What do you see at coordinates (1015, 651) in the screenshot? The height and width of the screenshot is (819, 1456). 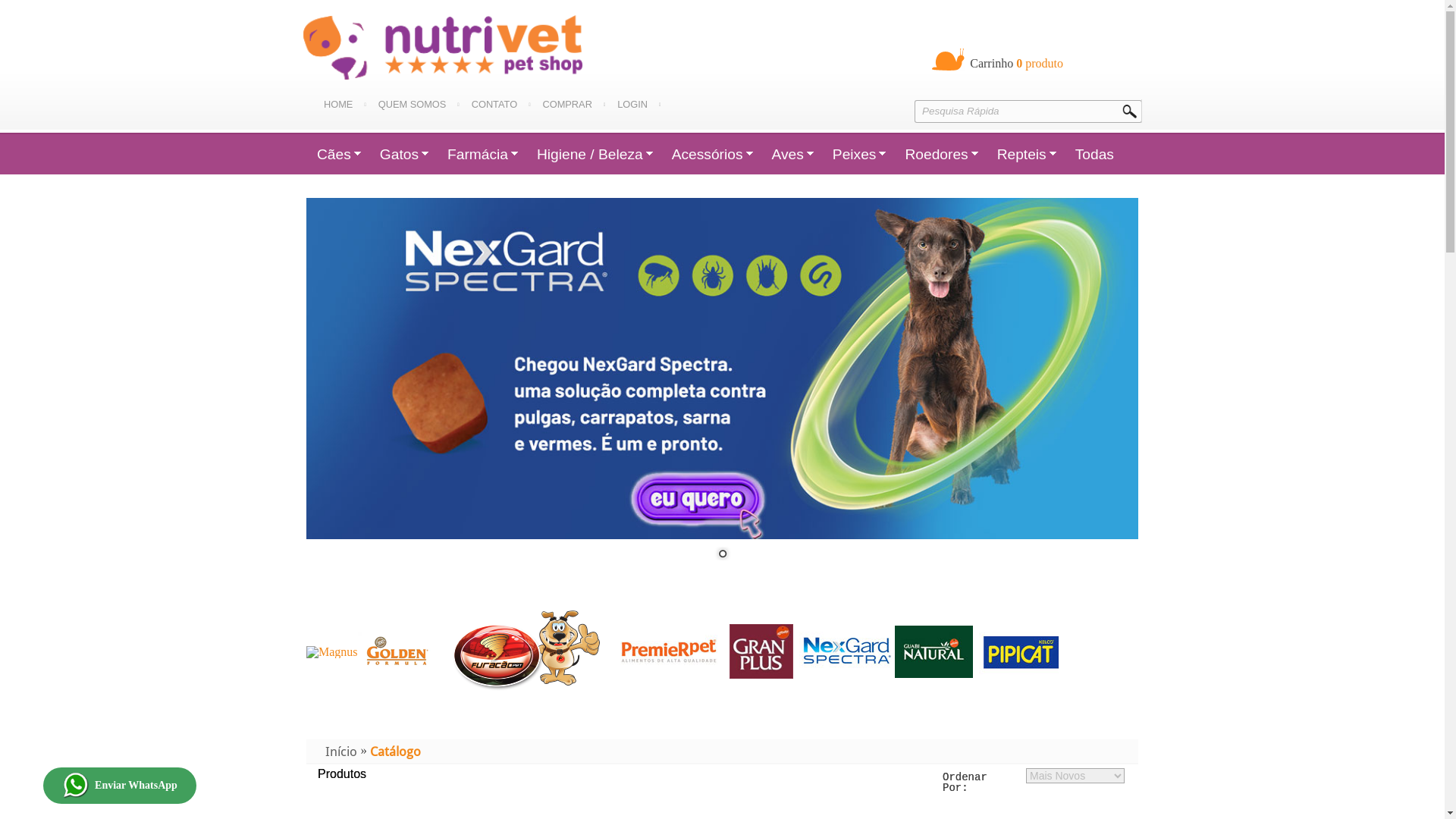 I see `'pipicat'` at bounding box center [1015, 651].